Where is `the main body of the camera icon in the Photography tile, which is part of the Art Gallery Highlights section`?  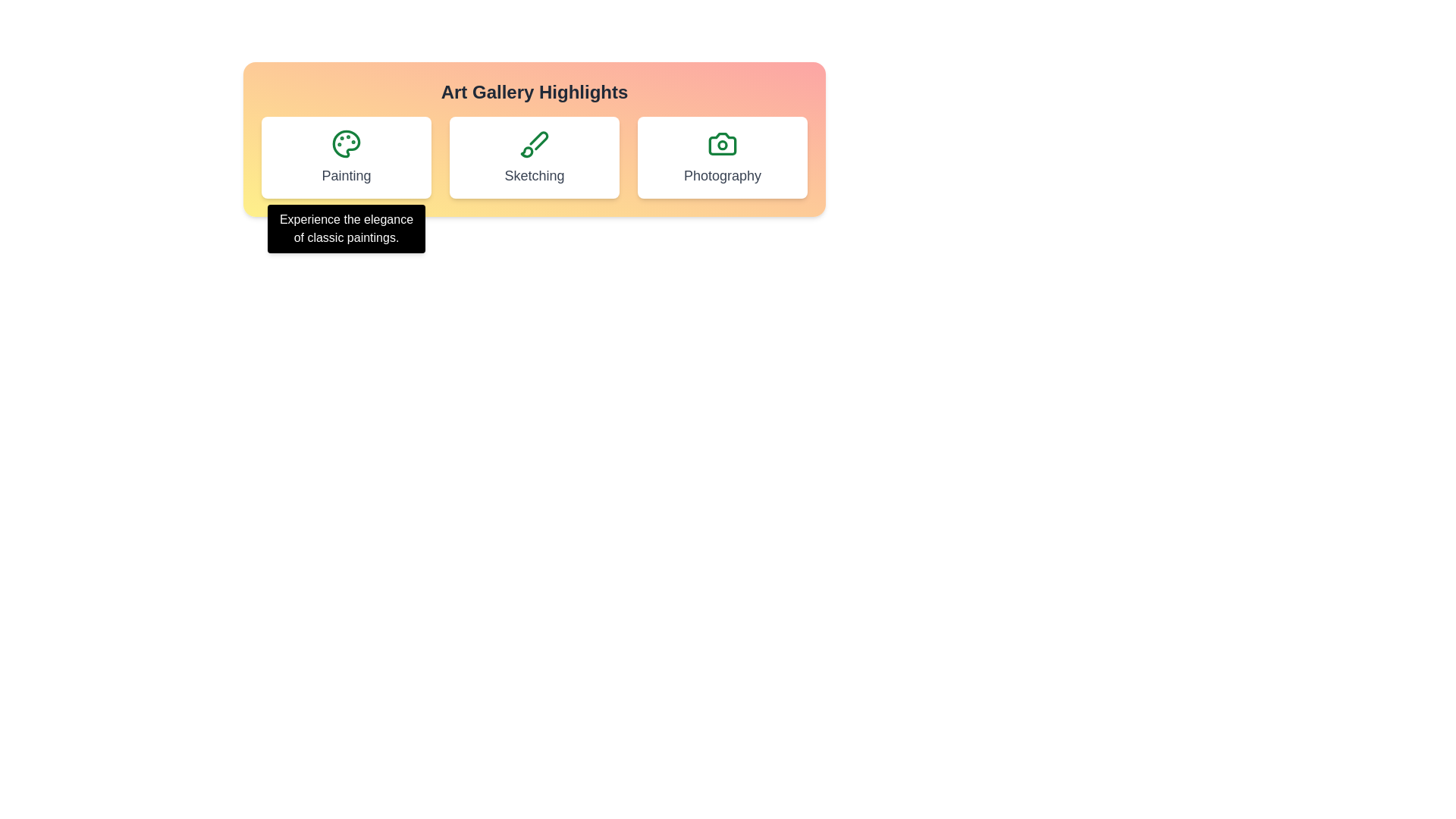 the main body of the camera icon in the Photography tile, which is part of the Art Gallery Highlights section is located at coordinates (722, 143).